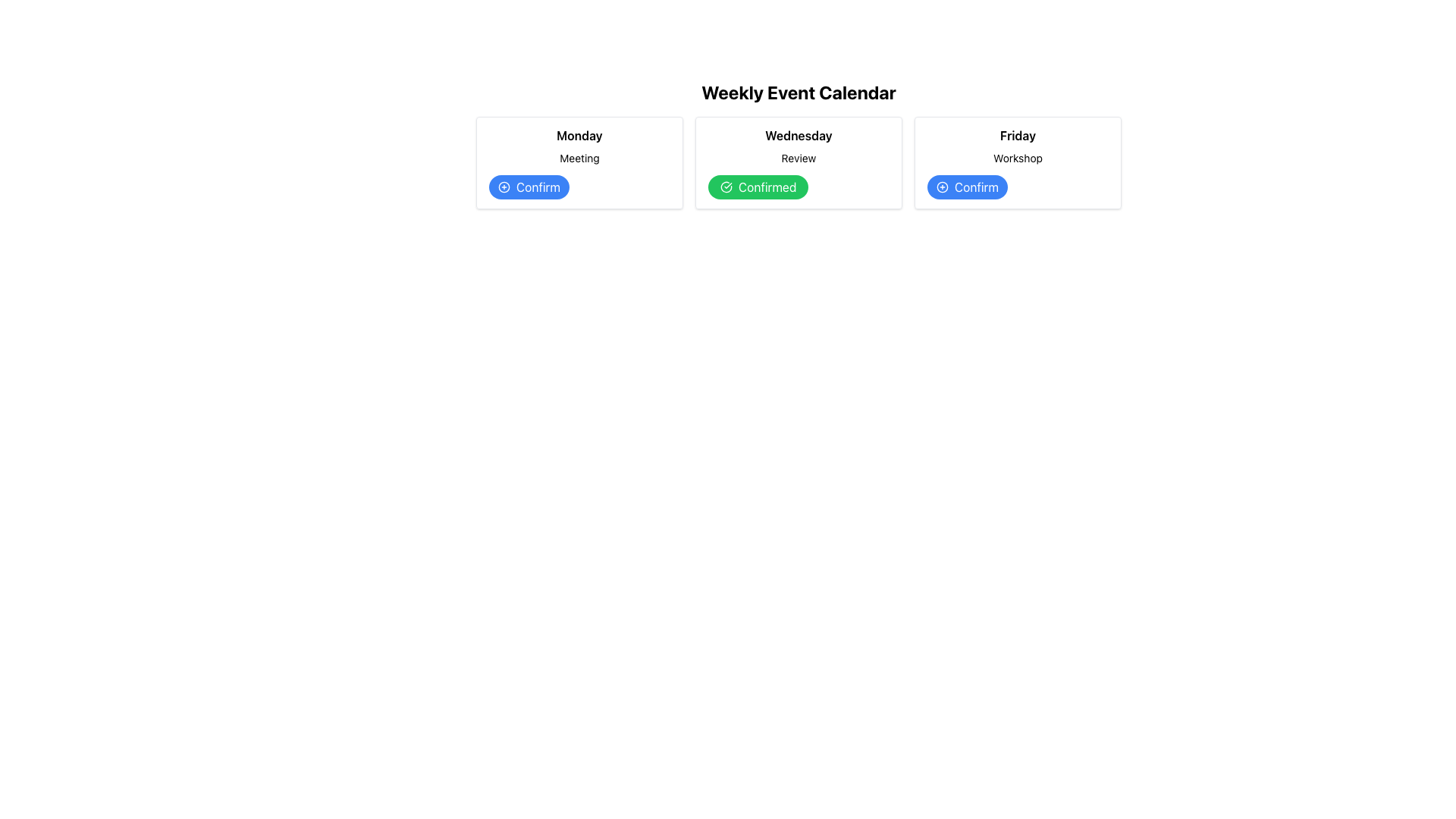 The height and width of the screenshot is (819, 1456). What do you see at coordinates (579, 186) in the screenshot?
I see `the 'Confirm' button located in the bottom section of the leftmost card labeled 'Monday', designed to confirm actions related to Monday's events` at bounding box center [579, 186].